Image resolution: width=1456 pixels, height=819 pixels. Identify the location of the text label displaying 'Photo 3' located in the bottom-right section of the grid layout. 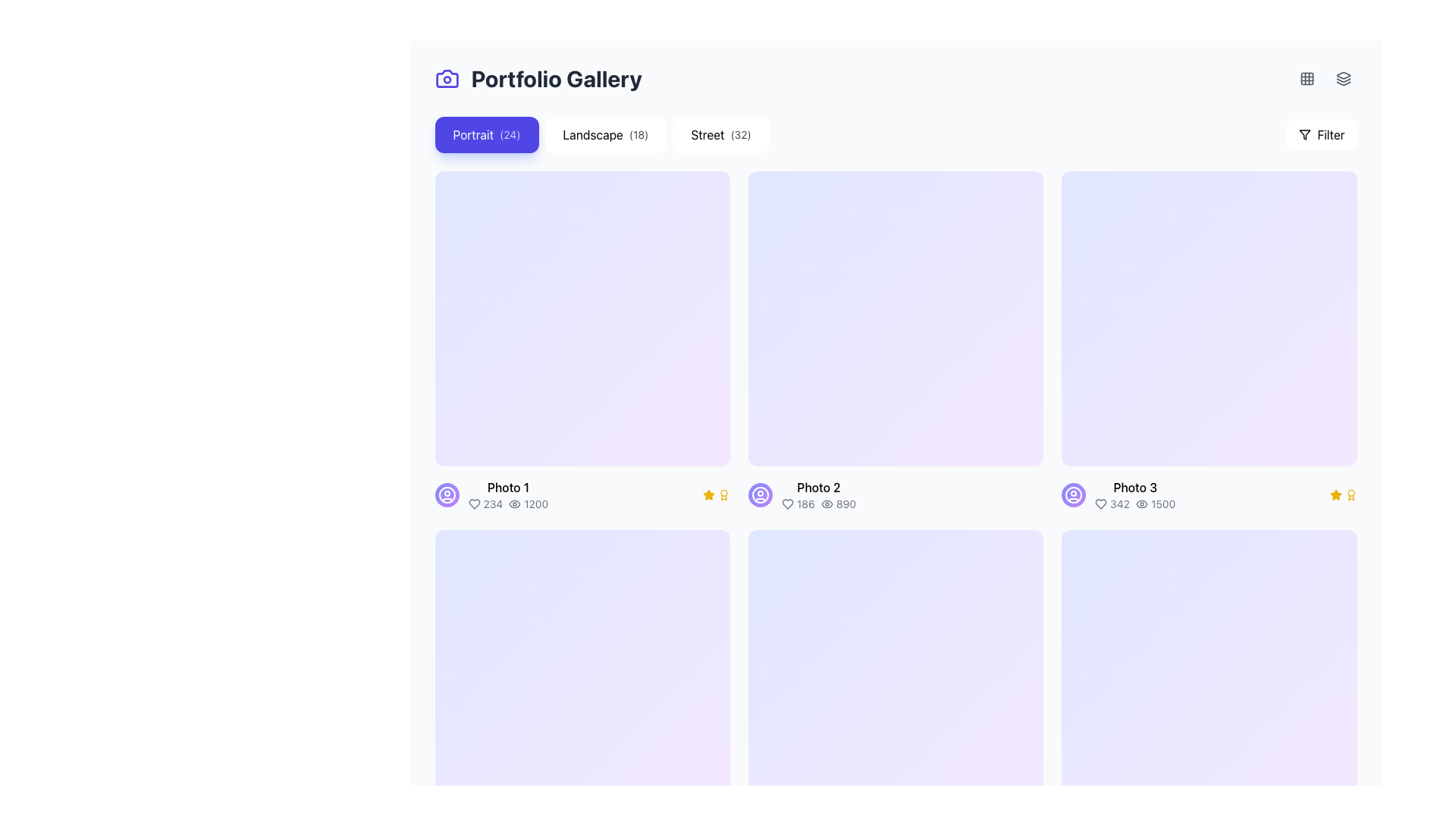
(1135, 494).